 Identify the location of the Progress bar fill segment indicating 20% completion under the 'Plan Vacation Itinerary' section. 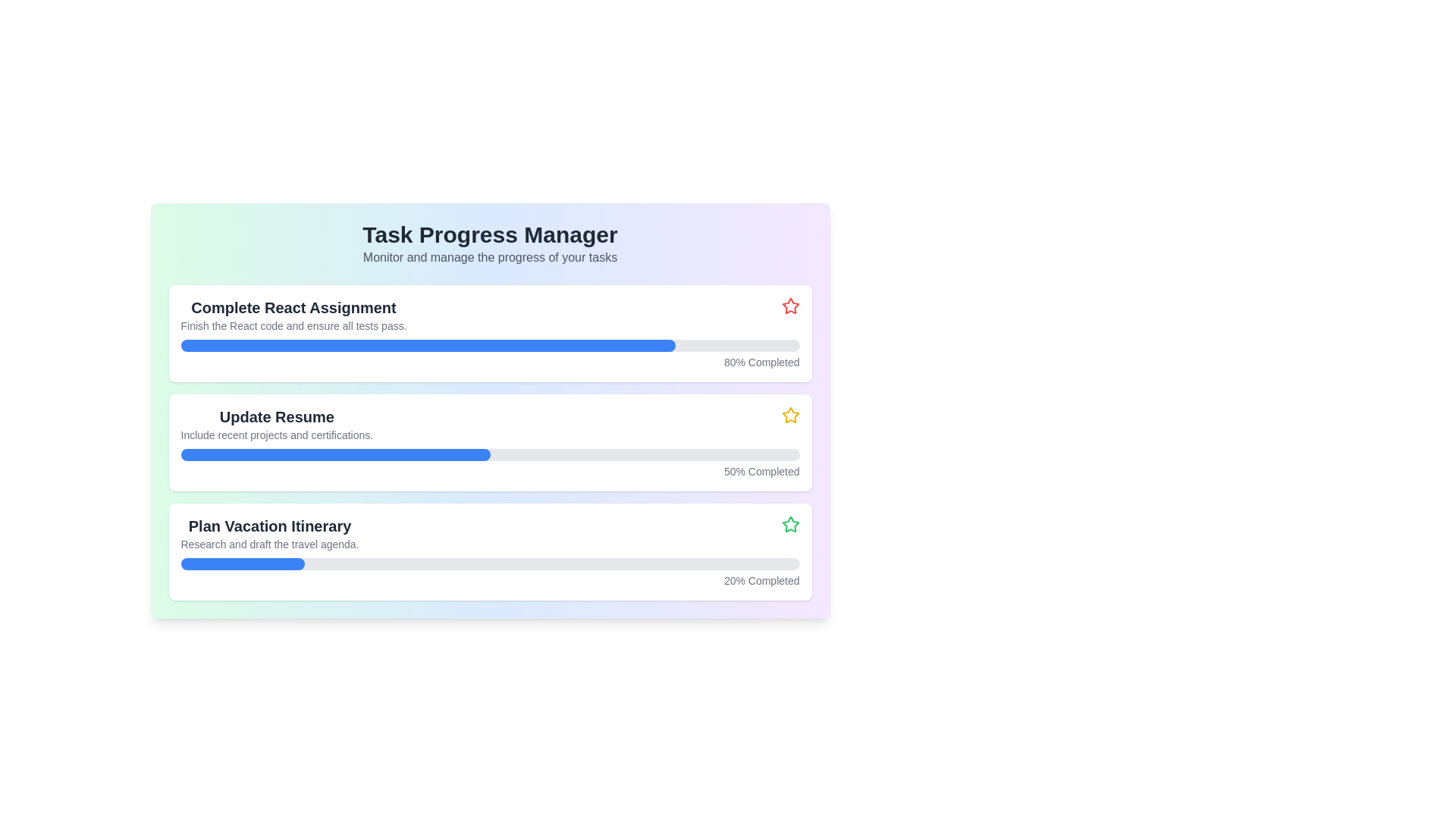
(243, 564).